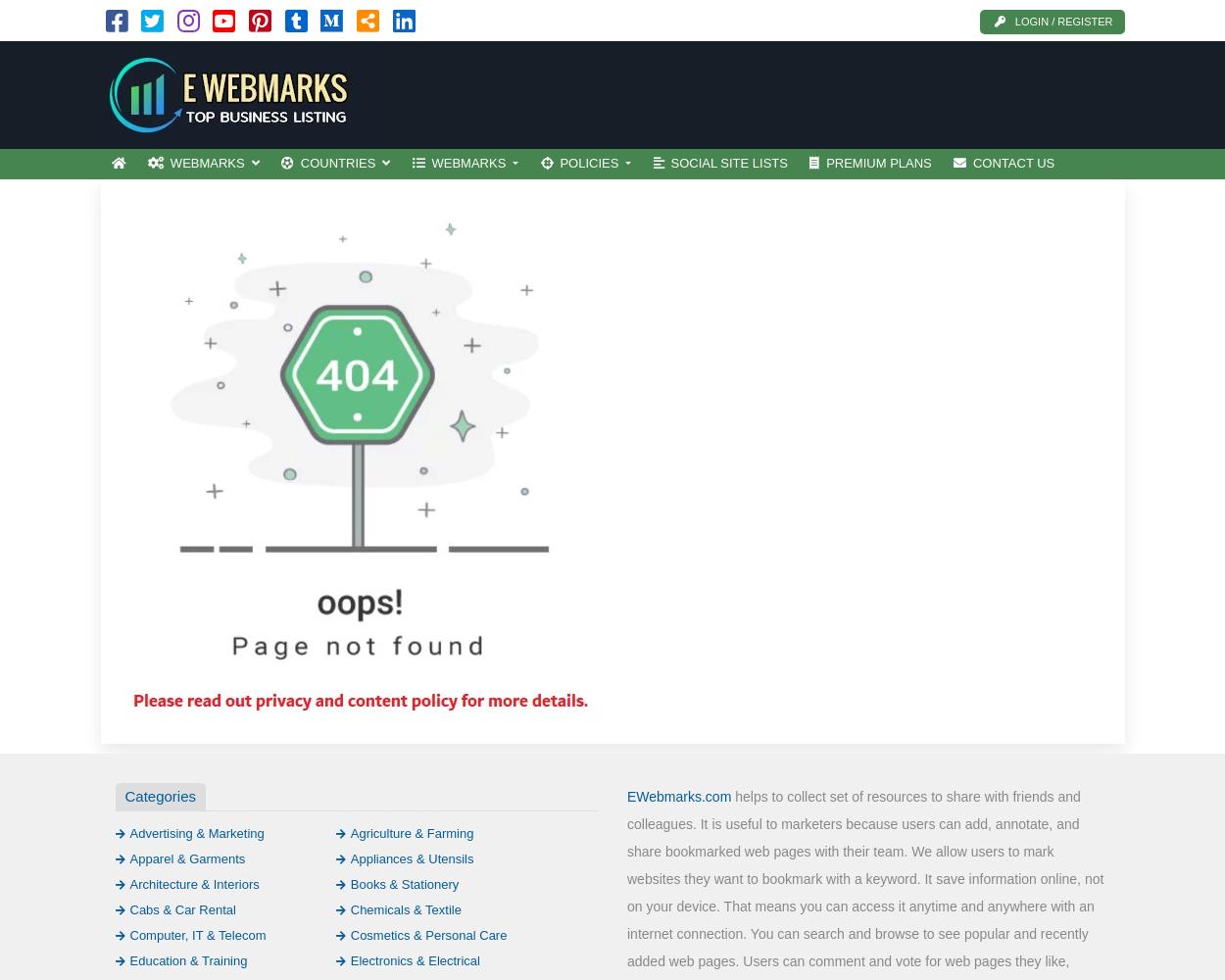 Image resolution: width=1225 pixels, height=980 pixels. I want to click on 'Chemicals & Textile', so click(349, 908).